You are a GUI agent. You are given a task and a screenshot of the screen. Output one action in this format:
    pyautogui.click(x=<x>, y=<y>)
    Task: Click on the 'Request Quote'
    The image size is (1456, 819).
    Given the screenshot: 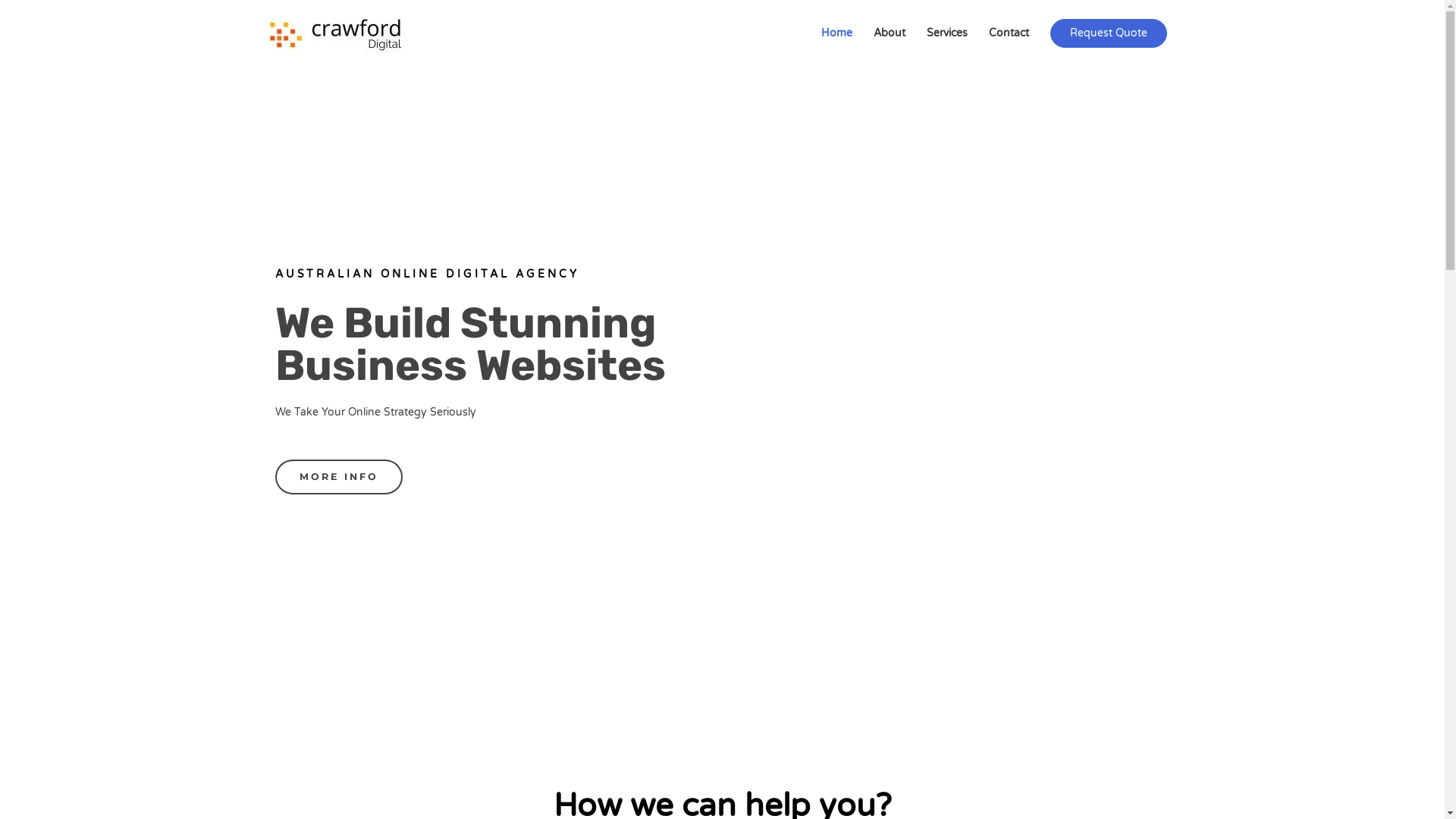 What is the action you would take?
    pyautogui.click(x=1107, y=33)
    